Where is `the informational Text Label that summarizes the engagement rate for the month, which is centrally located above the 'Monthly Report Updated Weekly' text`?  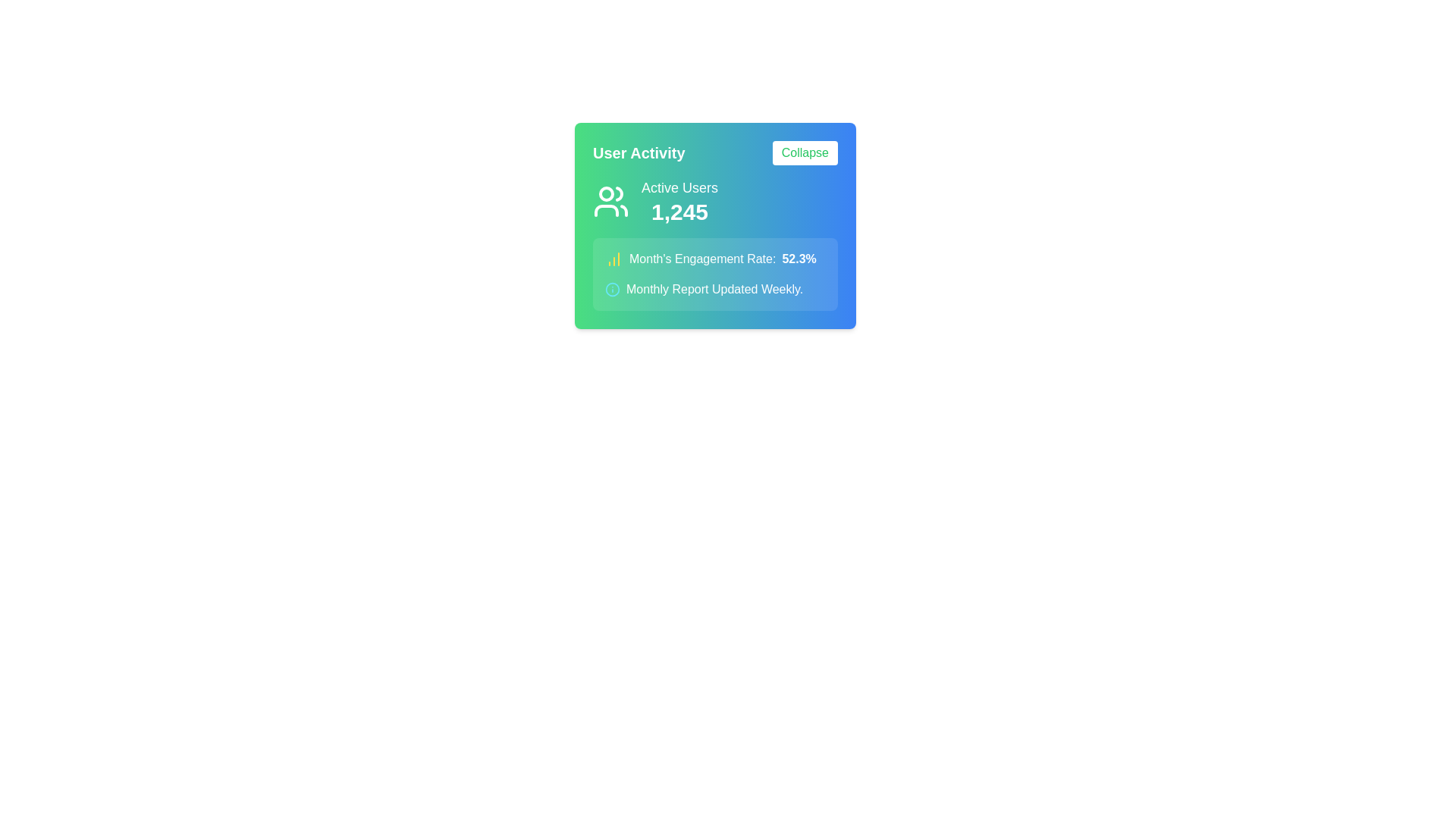 the informational Text Label that summarizes the engagement rate for the month, which is centrally located above the 'Monthly Report Updated Weekly' text is located at coordinates (714, 259).